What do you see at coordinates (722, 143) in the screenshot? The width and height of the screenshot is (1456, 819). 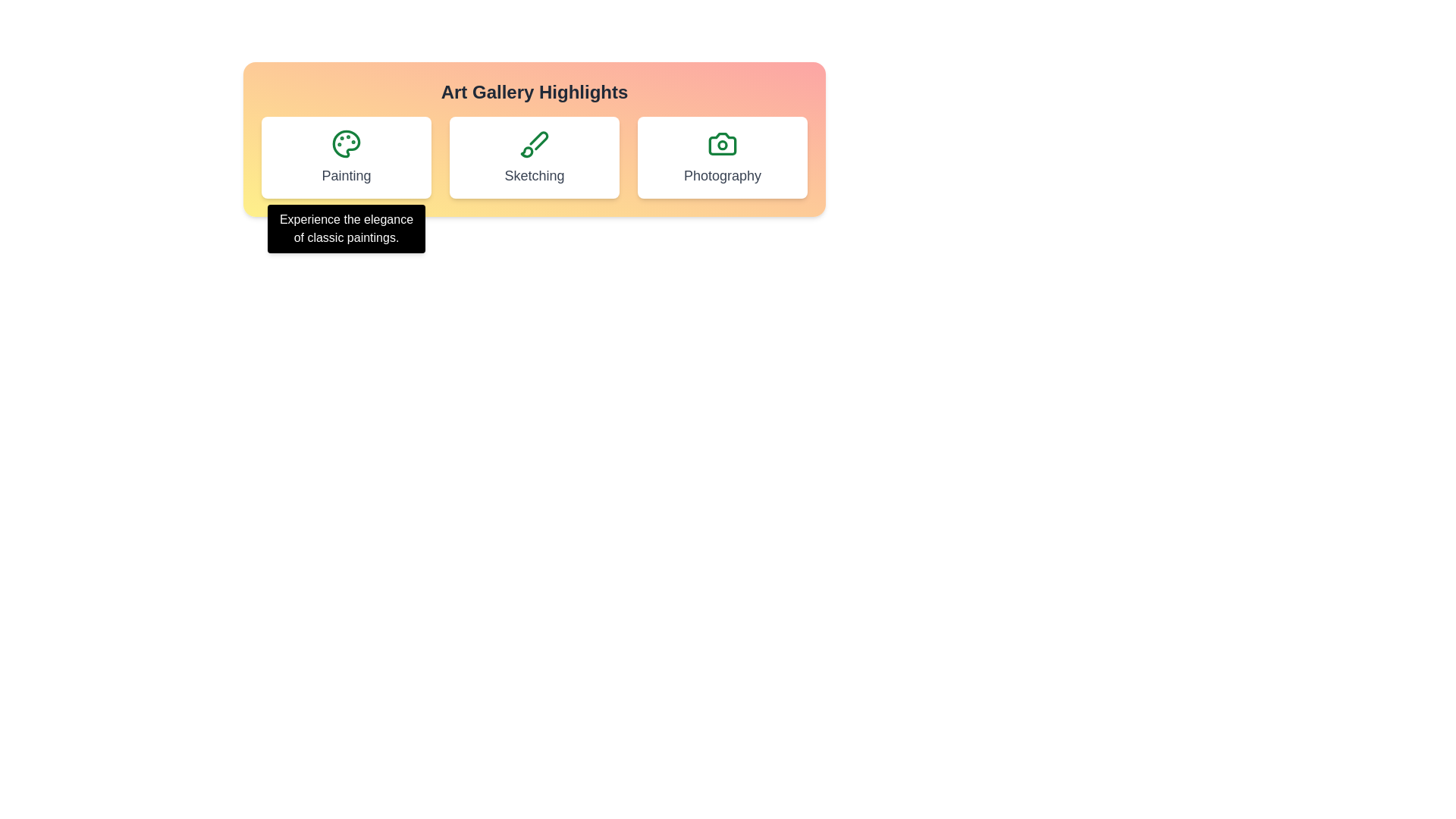 I see `the camera icon in the Photography tile of the Art Gallery Highlights section` at bounding box center [722, 143].